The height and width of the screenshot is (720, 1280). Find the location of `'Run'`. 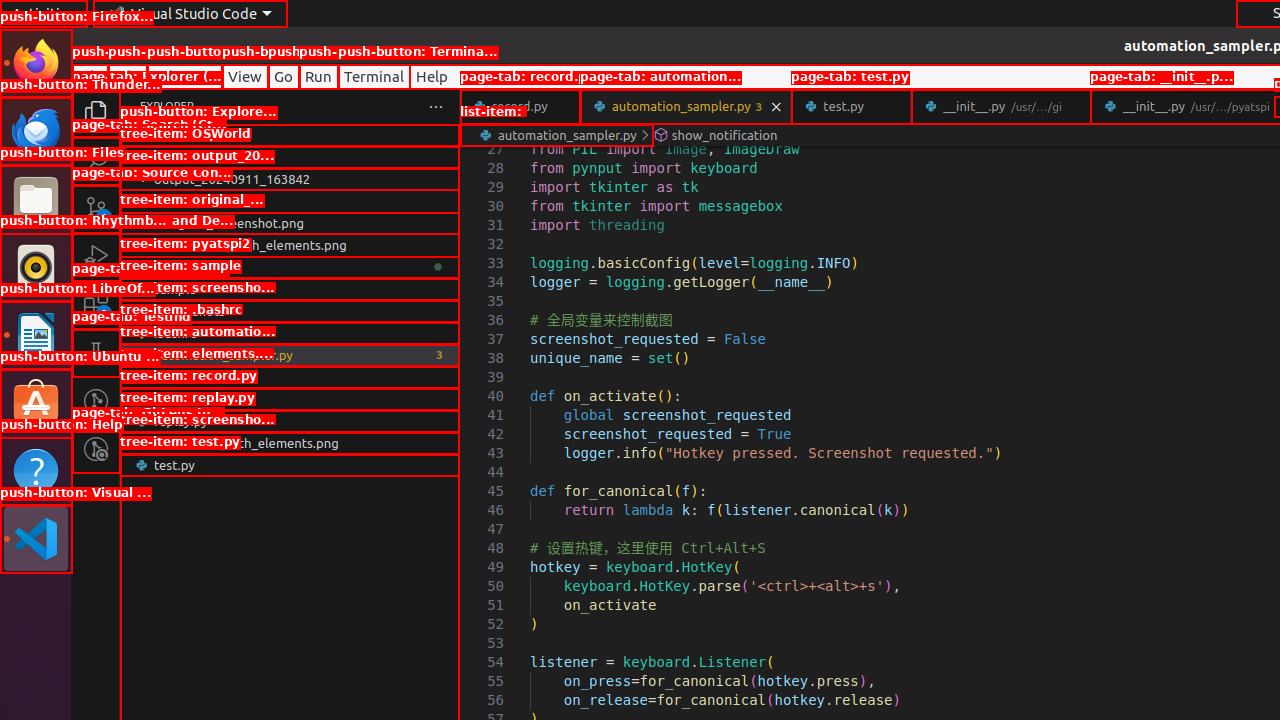

'Run' is located at coordinates (317, 75).